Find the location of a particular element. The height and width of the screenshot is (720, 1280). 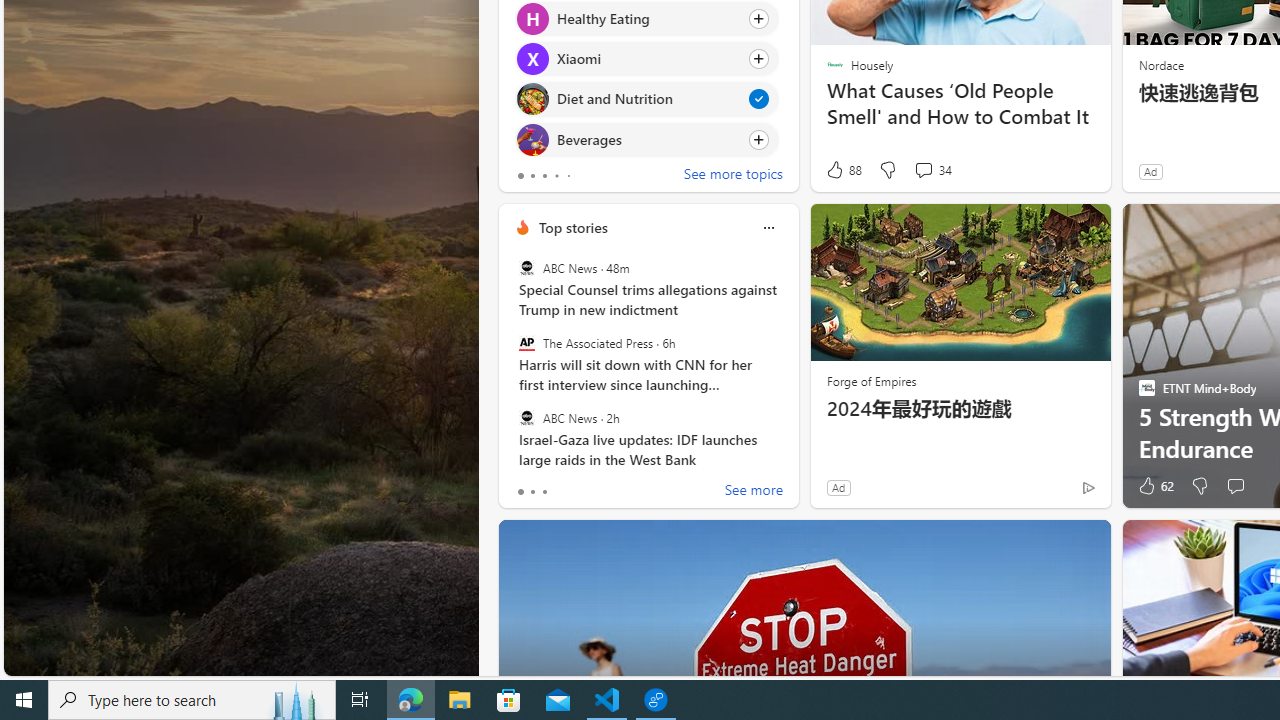

'tab-4' is located at coordinates (567, 175).